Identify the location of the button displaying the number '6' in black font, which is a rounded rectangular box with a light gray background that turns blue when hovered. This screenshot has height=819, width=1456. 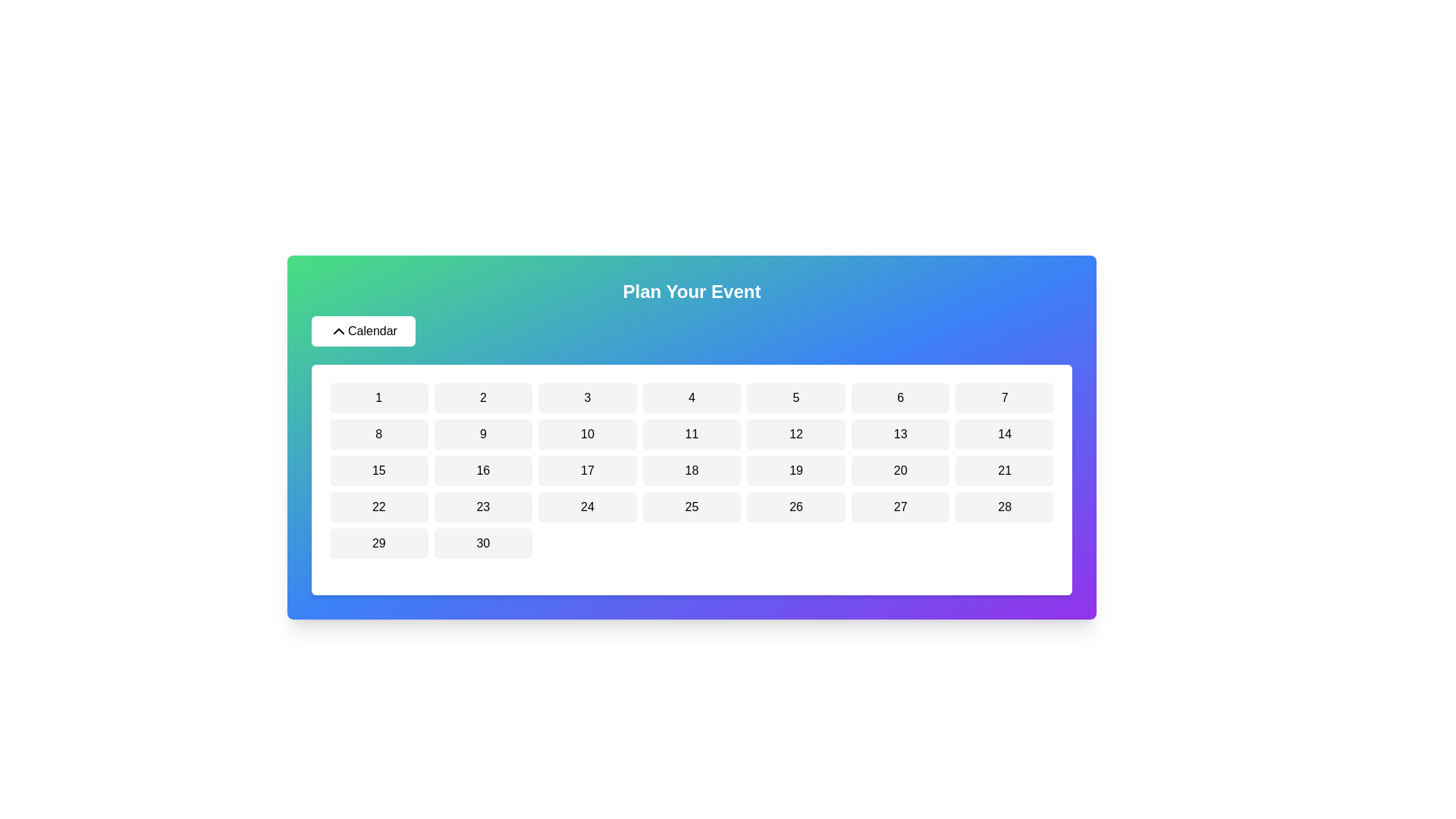
(900, 397).